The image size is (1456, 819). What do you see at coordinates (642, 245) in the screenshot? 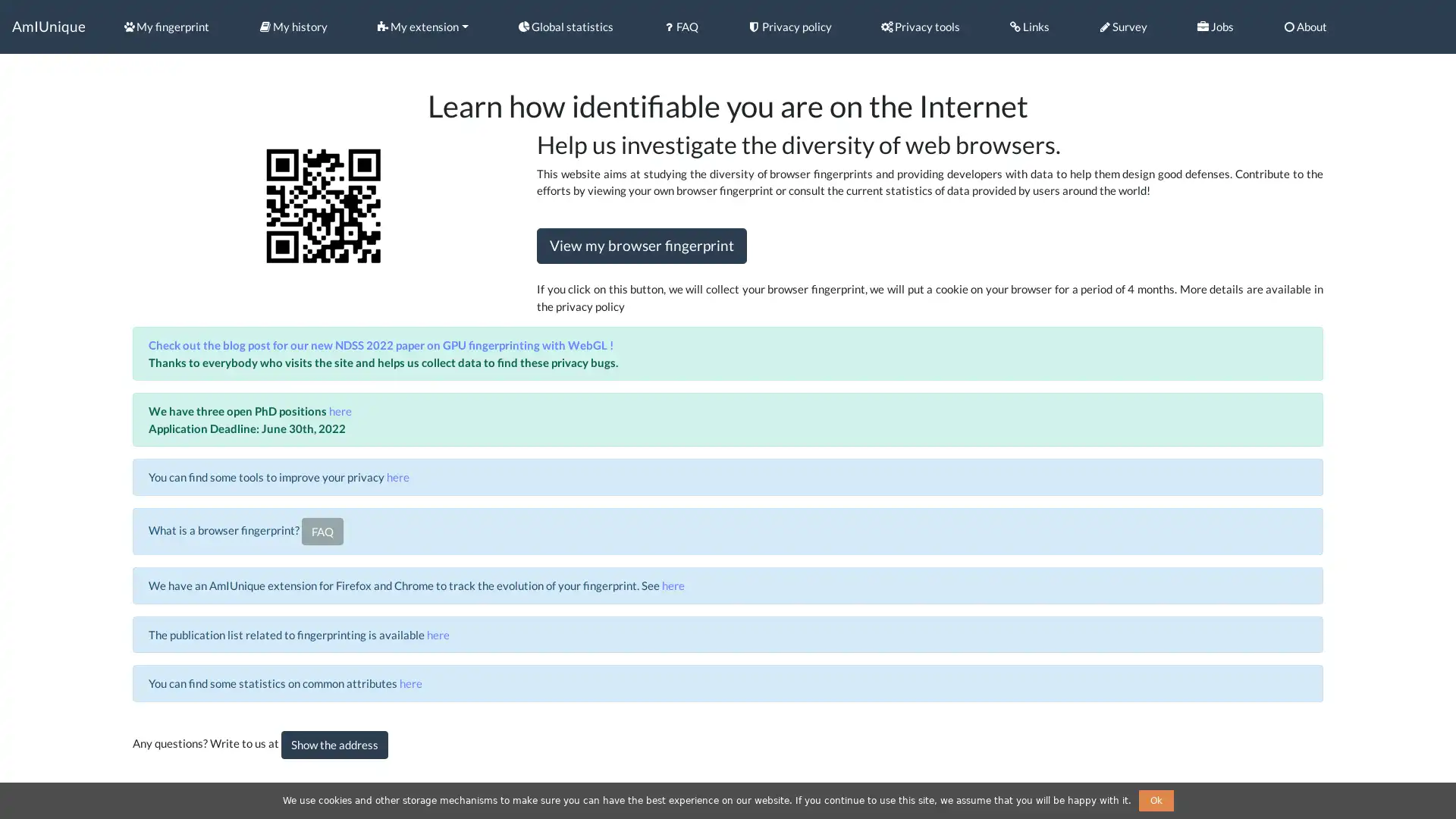
I see `View my browser fingerprint` at bounding box center [642, 245].